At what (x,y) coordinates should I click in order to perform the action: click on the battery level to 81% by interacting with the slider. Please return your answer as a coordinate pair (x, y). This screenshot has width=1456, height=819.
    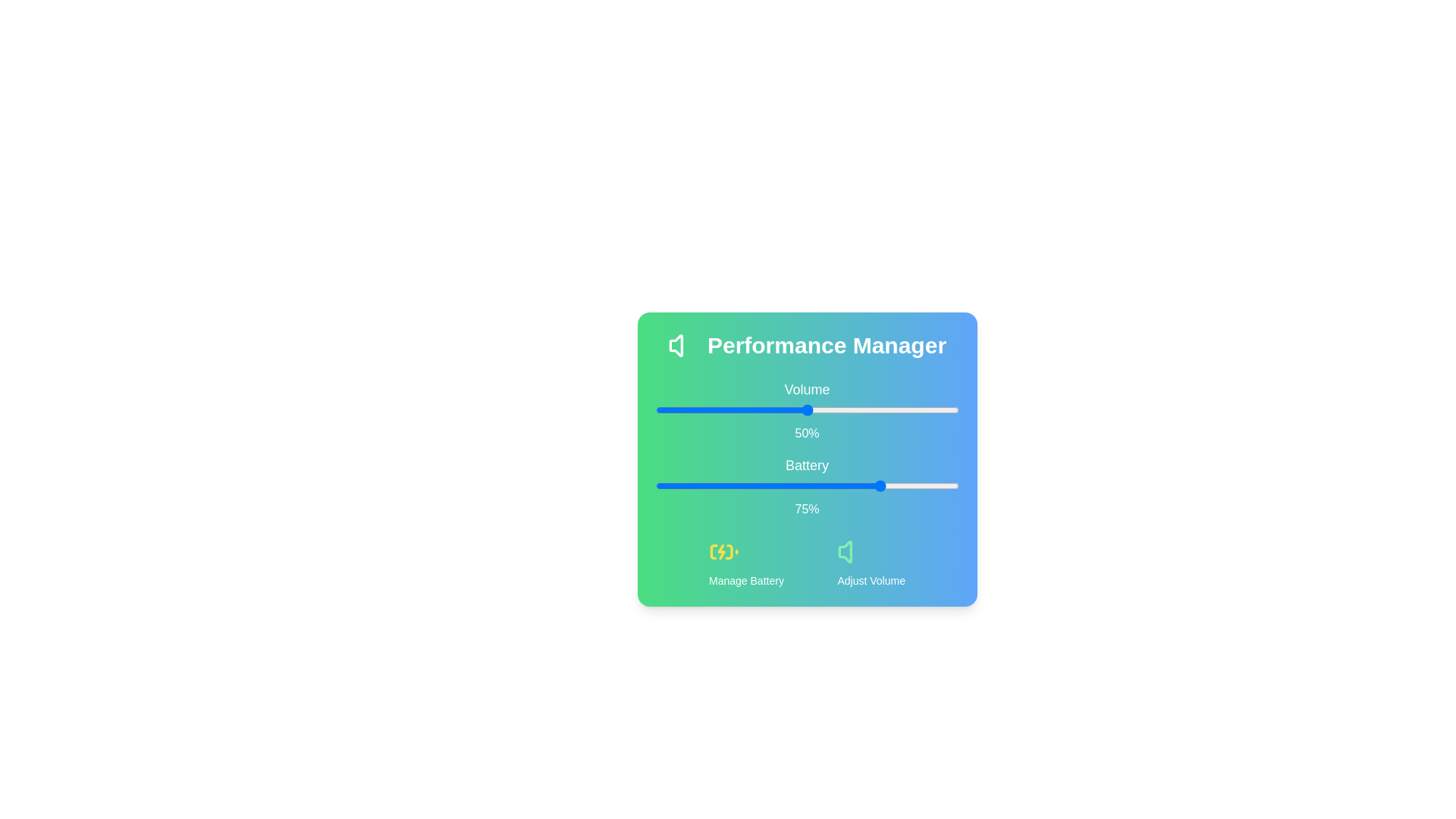
    Looking at the image, I should click on (901, 485).